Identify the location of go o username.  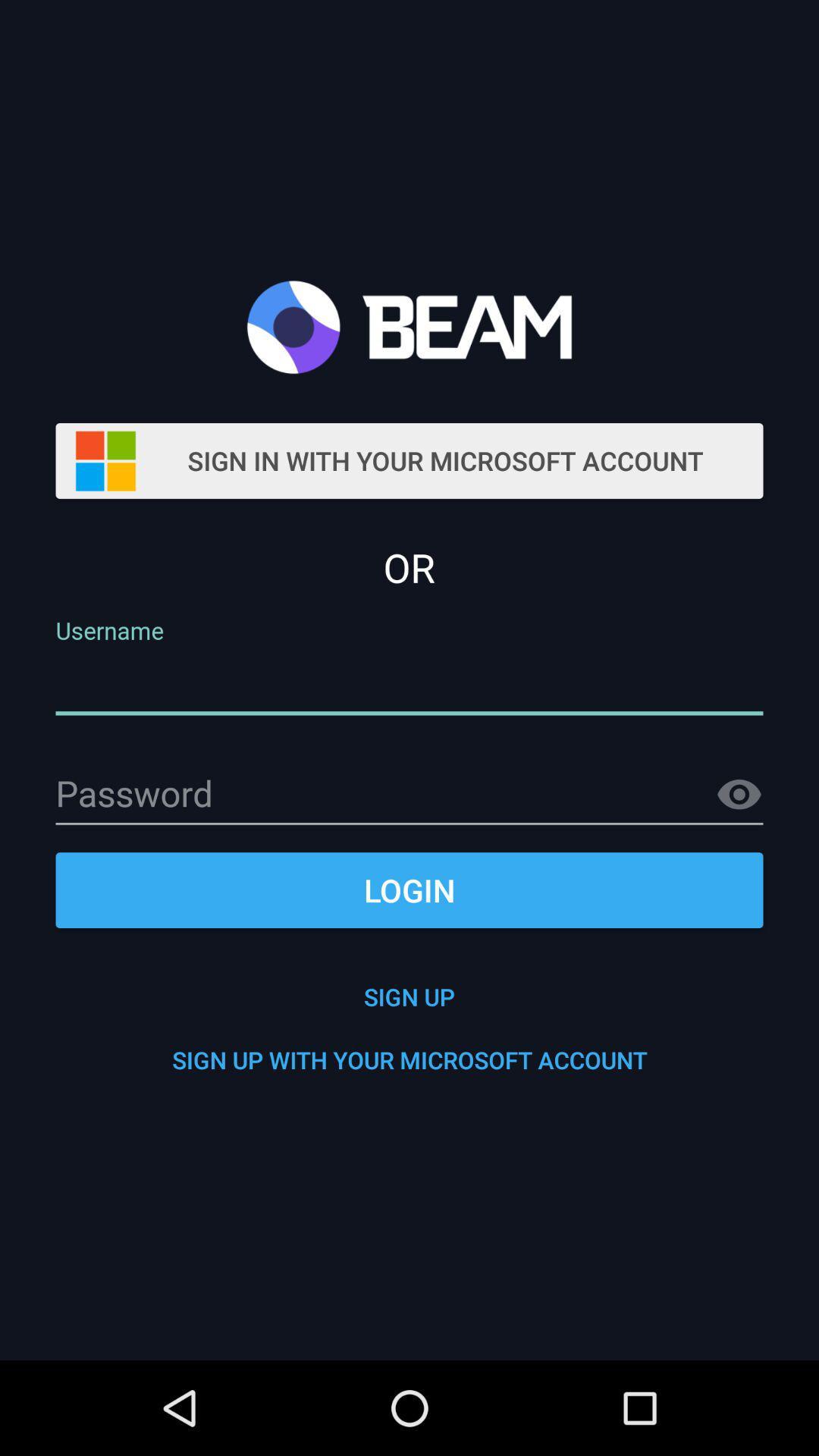
(409, 683).